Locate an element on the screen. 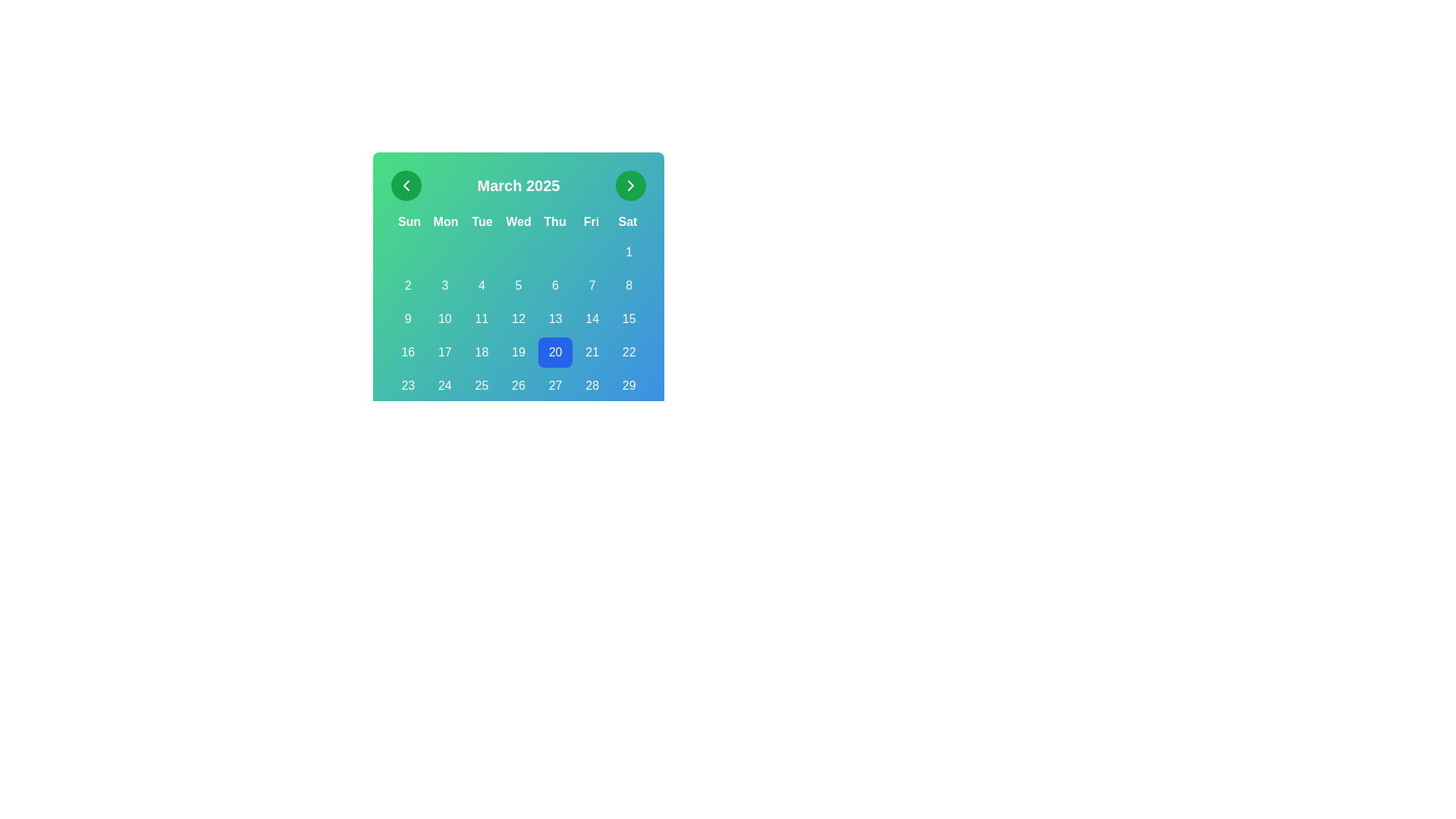 The width and height of the screenshot is (1456, 819). the square button displaying the number '7' in the calendar layout is located at coordinates (591, 286).